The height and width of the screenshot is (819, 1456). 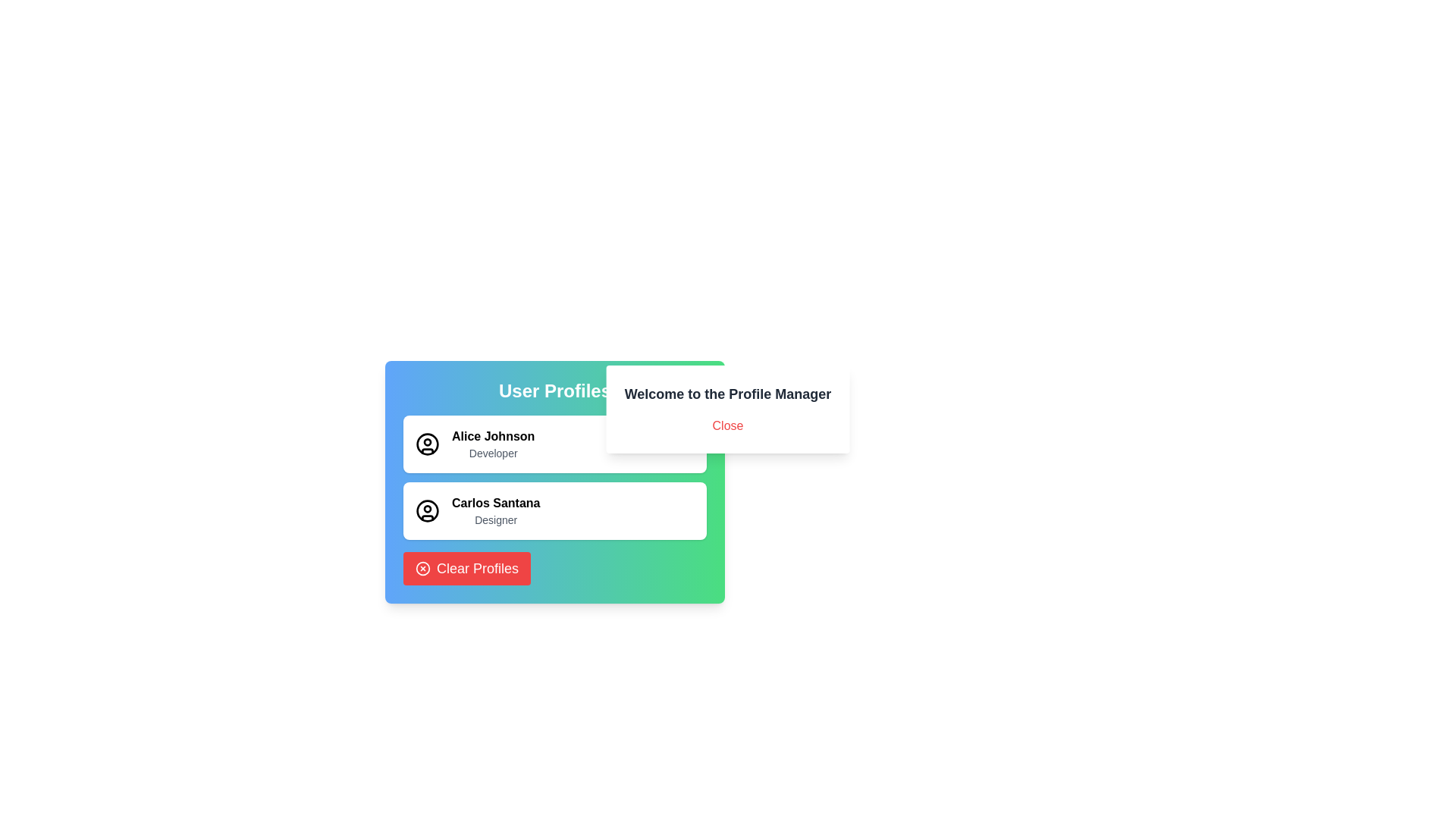 What do you see at coordinates (728, 409) in the screenshot?
I see `the Close button on the informational modal dialog that welcomes the user to the Profile Manager application` at bounding box center [728, 409].